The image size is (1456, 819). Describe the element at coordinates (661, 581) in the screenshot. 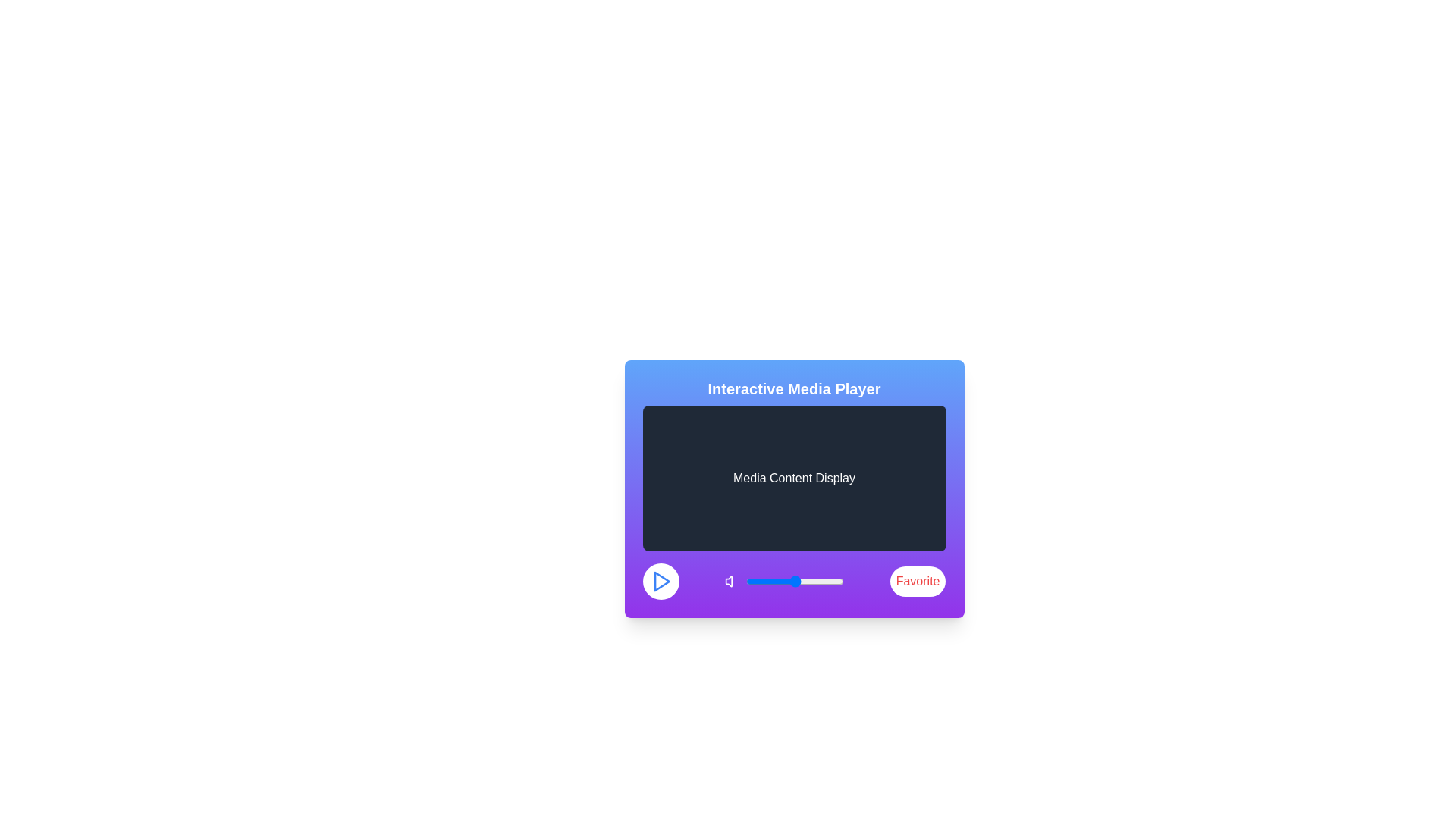

I see `the circular play button with a triangular blue icon at the center, located at the bottom-left corner of the media player interface, to change its background color to light gray` at that location.